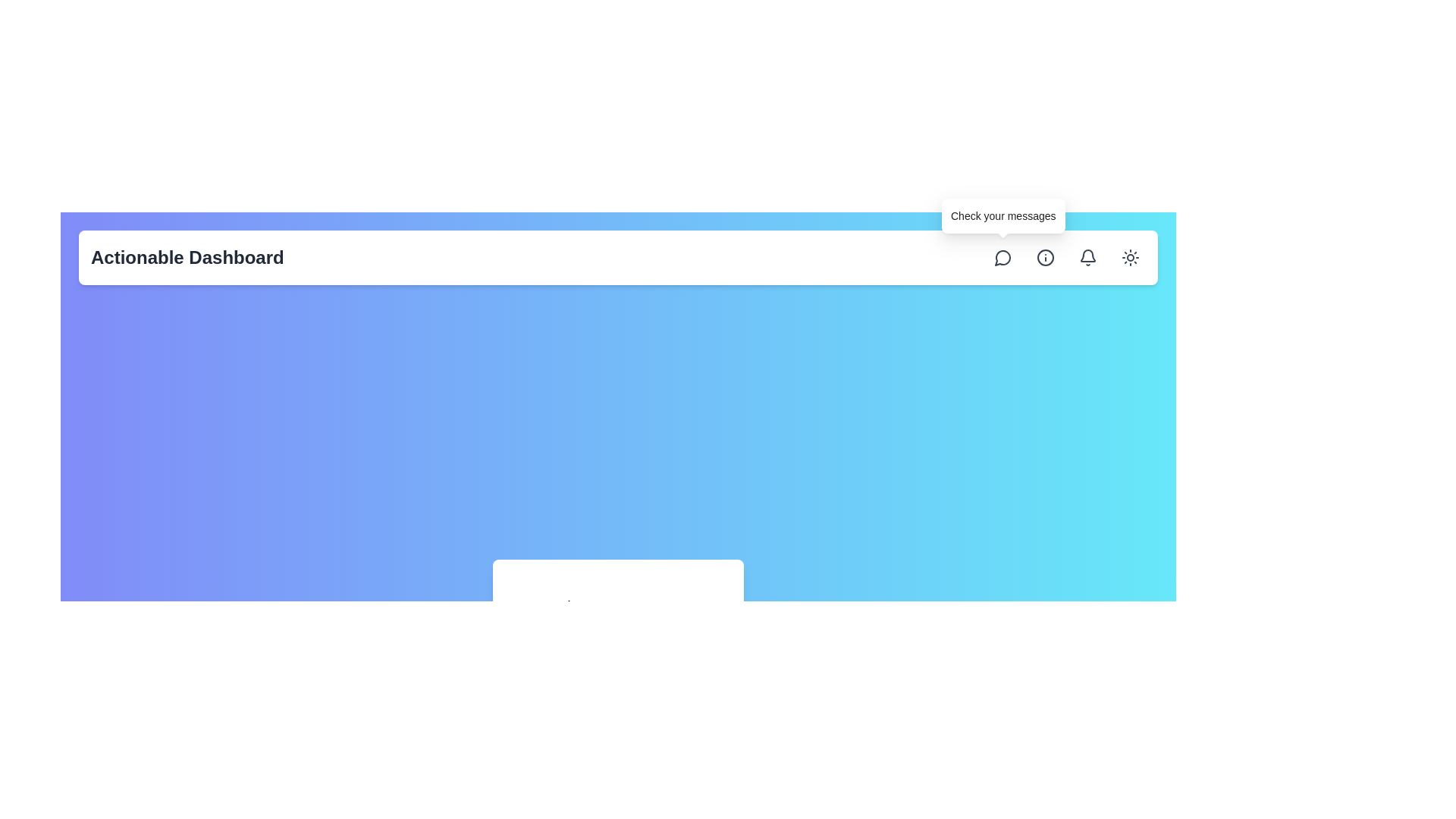 The width and height of the screenshot is (1456, 819). I want to click on the lower part of the bell icon in the top-right corner of the header bar, so click(1087, 255).